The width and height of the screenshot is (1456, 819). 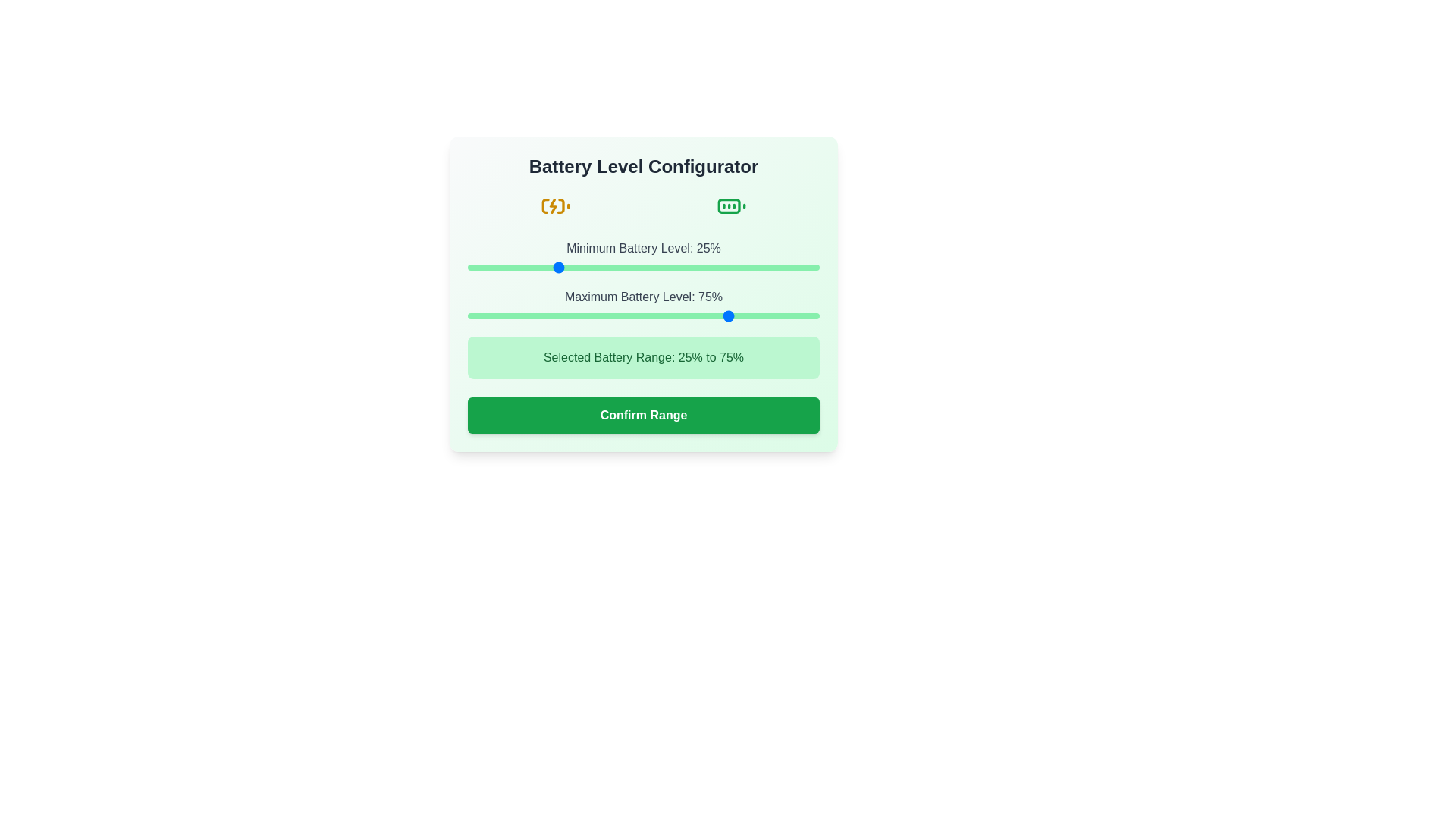 I want to click on the maximum battery level, so click(x=773, y=315).